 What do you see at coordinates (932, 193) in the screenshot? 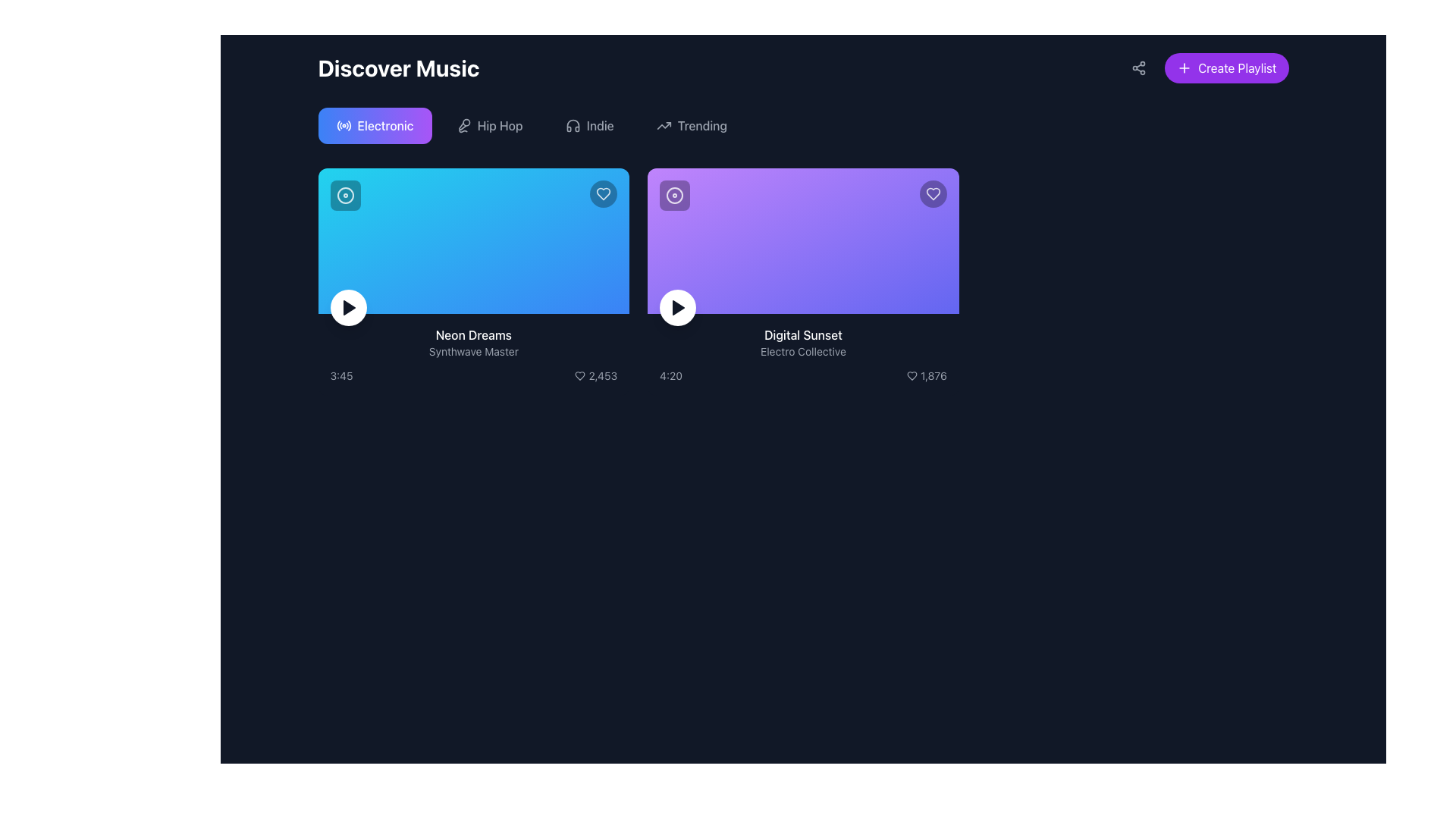
I see `the favorite button located in the top-right corner of the purple box labeled 'Digital Sunset' under the 'Trending' category to like or favorite the associated song` at bounding box center [932, 193].